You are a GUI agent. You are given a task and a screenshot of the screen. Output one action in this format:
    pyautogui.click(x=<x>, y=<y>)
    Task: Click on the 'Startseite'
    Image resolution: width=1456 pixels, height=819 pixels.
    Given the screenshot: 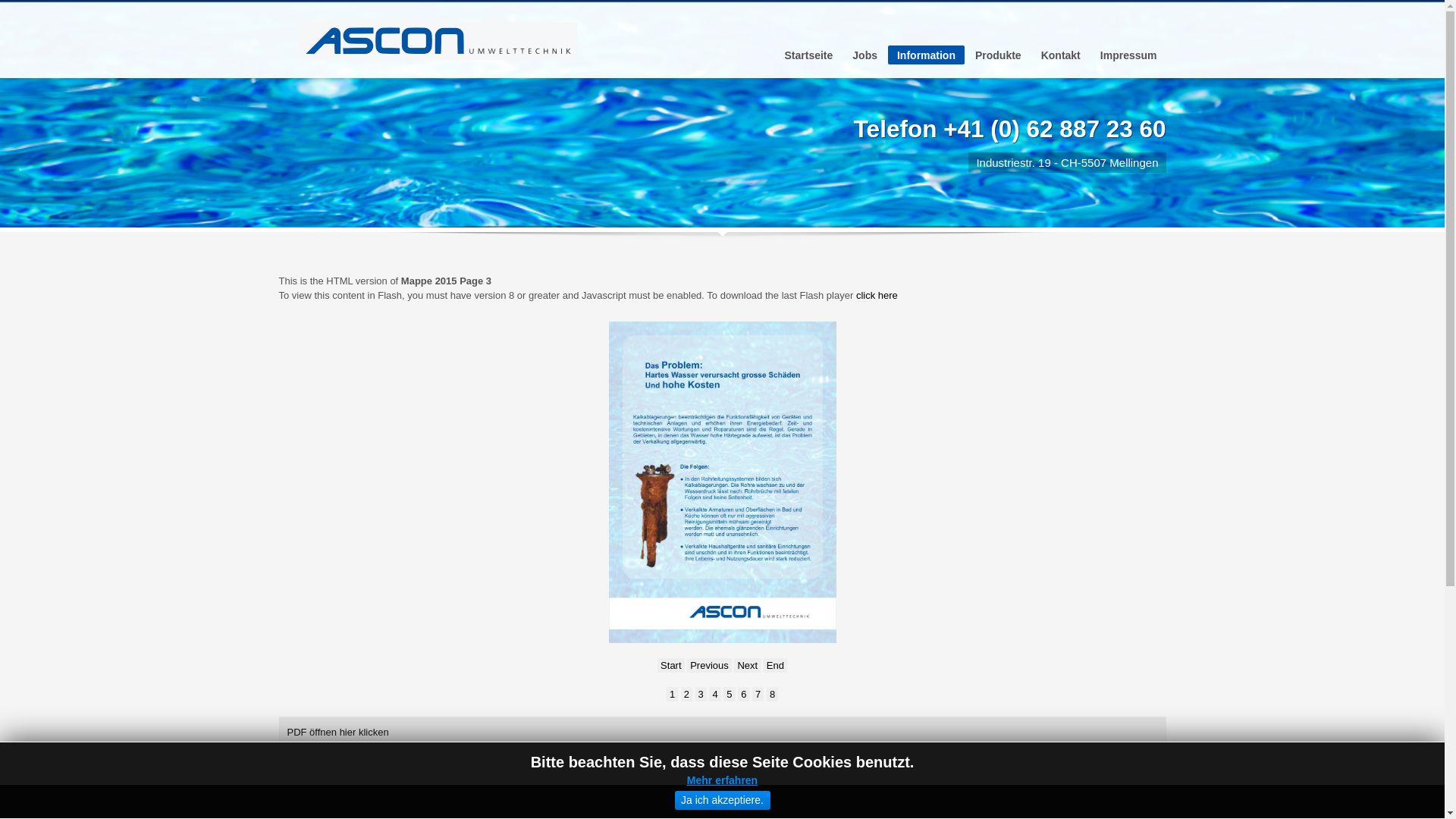 What is the action you would take?
    pyautogui.click(x=807, y=55)
    